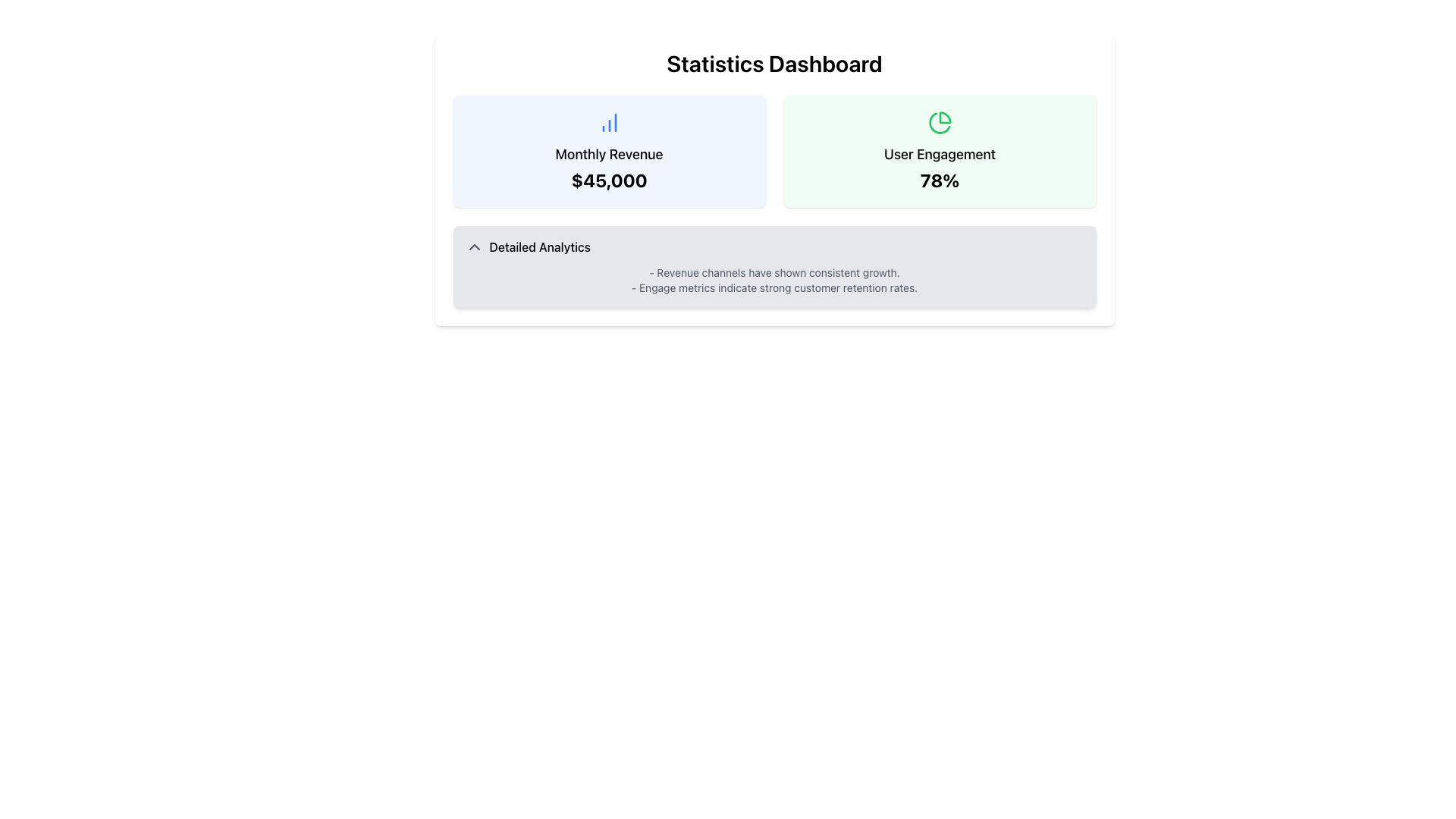  What do you see at coordinates (774, 281) in the screenshot?
I see `text from the Text Component located within the card under the 'Detailed Analytics' header, which contains two bullet points in a small gray sans-serif font` at bounding box center [774, 281].